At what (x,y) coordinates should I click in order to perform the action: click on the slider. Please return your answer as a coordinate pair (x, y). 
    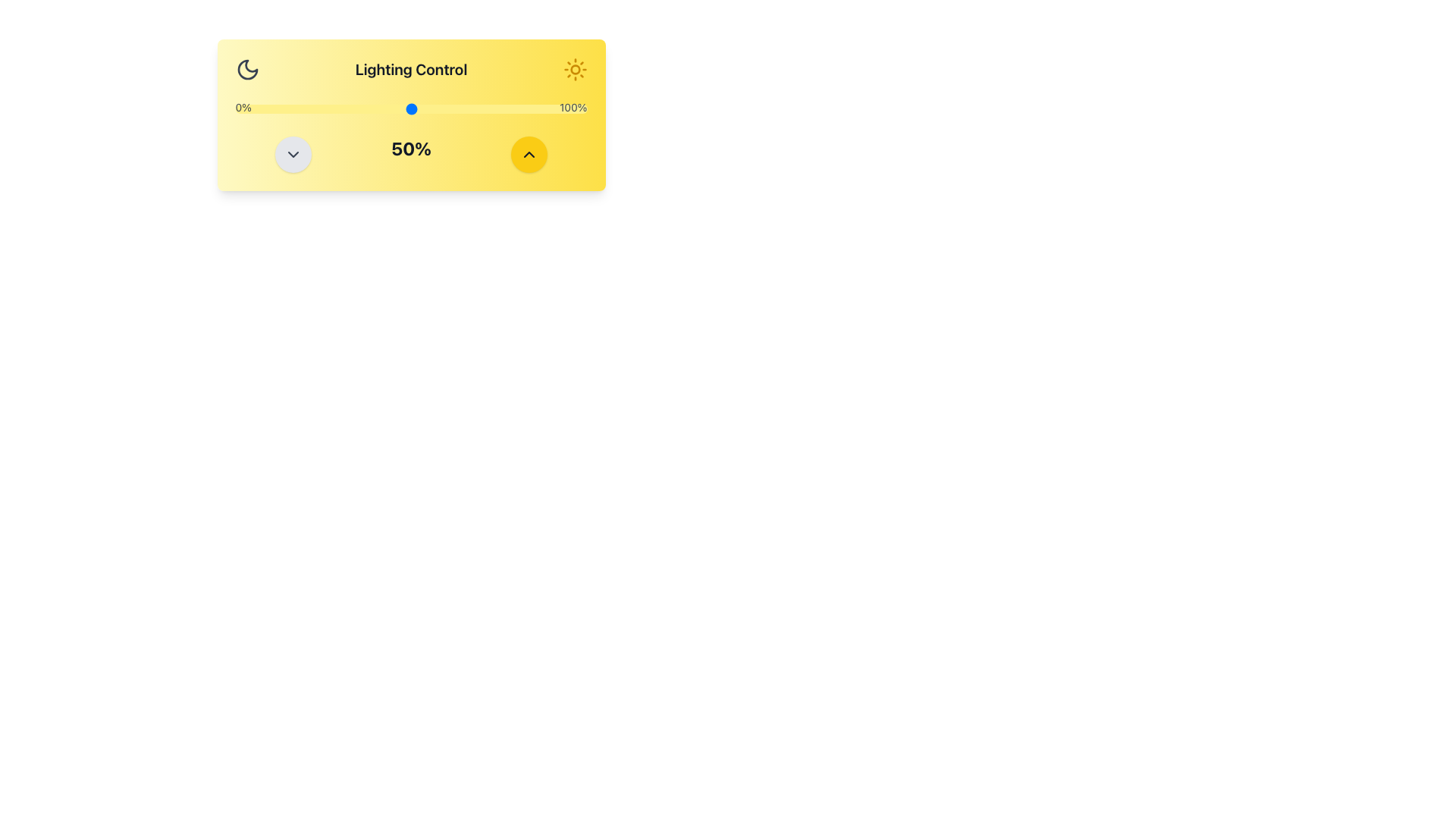
    Looking at the image, I should click on (350, 108).